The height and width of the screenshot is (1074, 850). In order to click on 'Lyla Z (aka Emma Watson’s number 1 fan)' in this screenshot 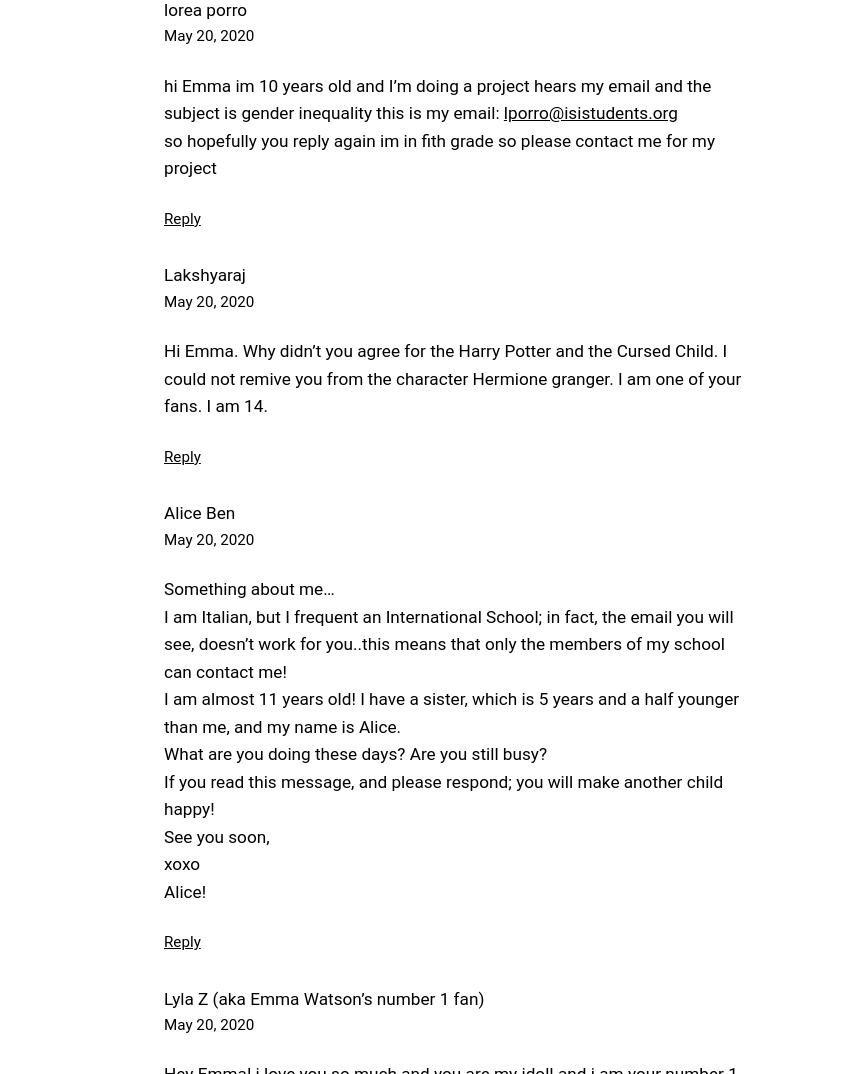, I will do `click(163, 996)`.